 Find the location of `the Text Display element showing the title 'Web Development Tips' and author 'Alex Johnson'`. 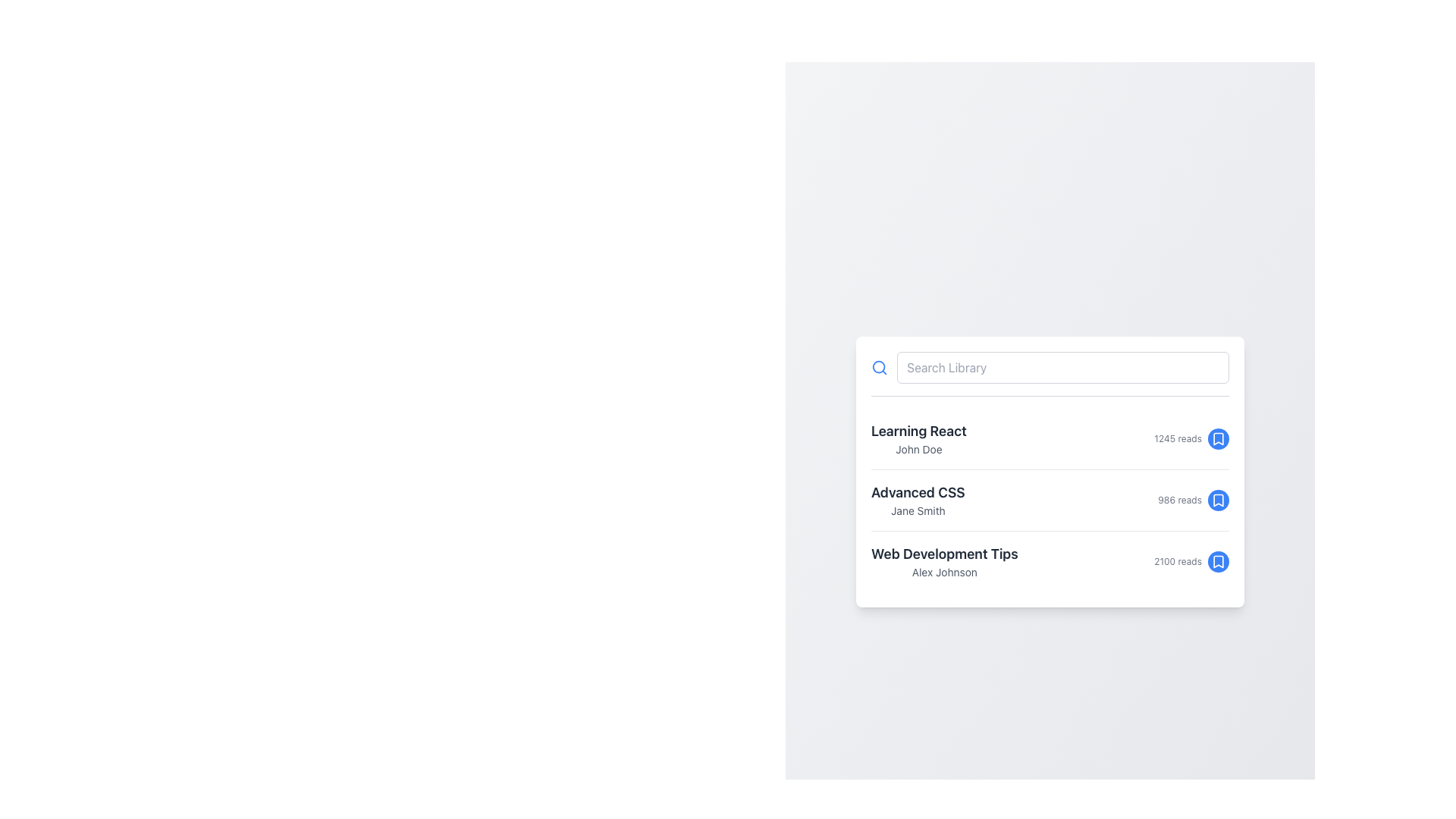

the Text Display element showing the title 'Web Development Tips' and author 'Alex Johnson' is located at coordinates (943, 561).